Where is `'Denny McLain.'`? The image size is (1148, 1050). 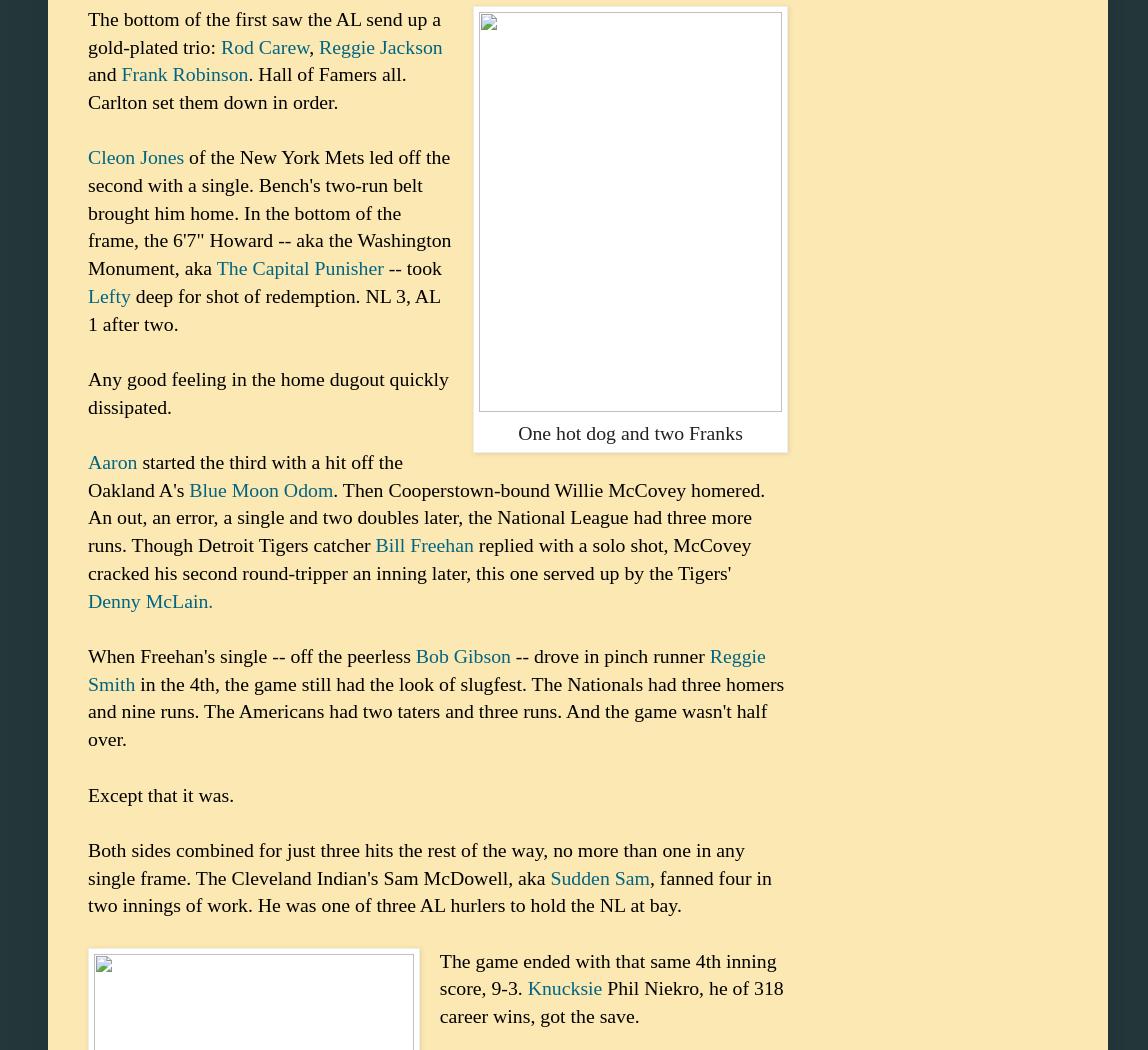
'Denny McLain.' is located at coordinates (150, 598).